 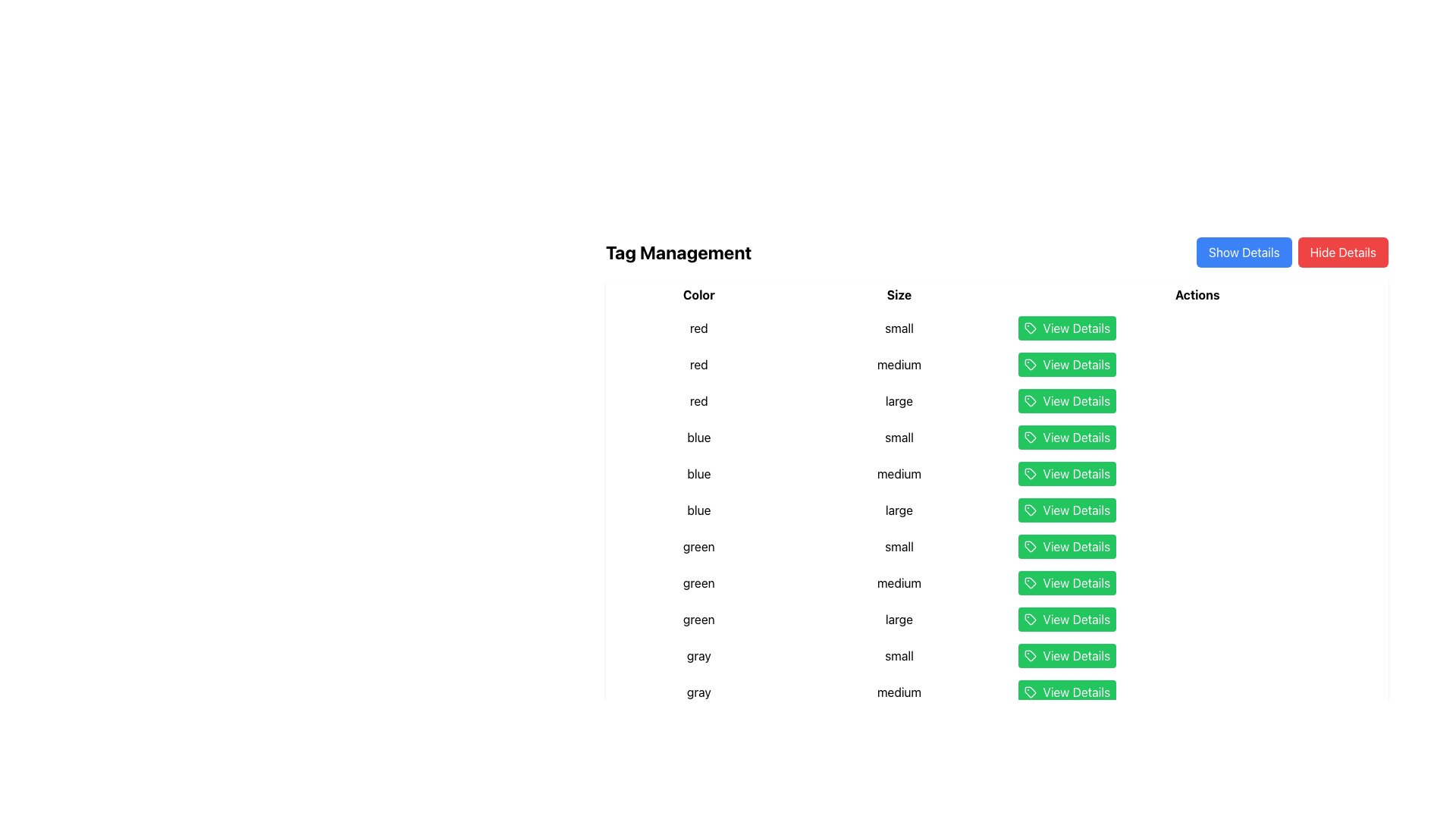 What do you see at coordinates (698, 400) in the screenshot?
I see `the Text Label in the third row of the table under the 'Color' column, which specifies a color value and provides context for related data` at bounding box center [698, 400].